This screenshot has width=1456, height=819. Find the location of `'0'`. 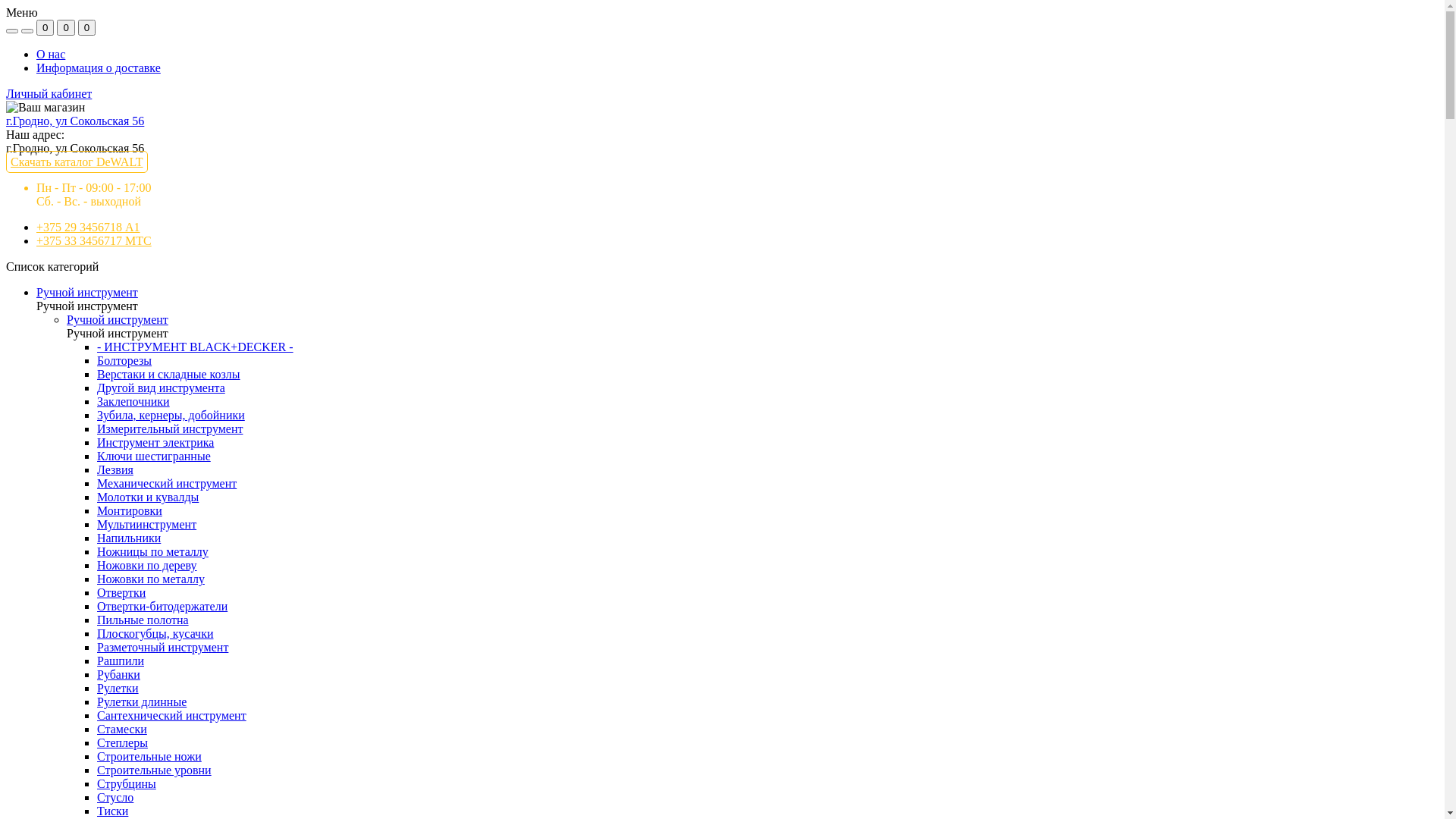

'0' is located at coordinates (64, 27).